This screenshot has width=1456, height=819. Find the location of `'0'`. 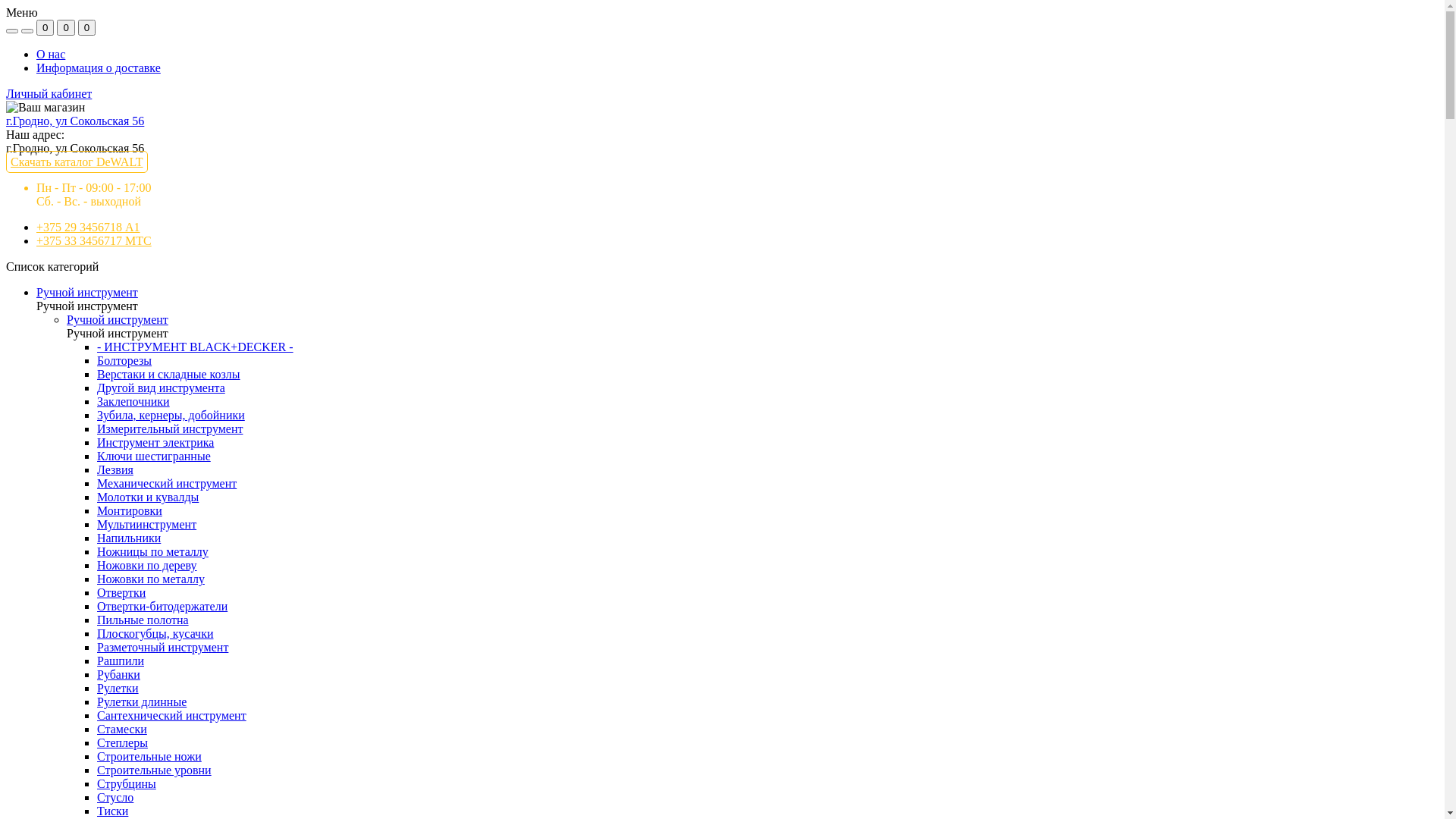

'0' is located at coordinates (64, 27).